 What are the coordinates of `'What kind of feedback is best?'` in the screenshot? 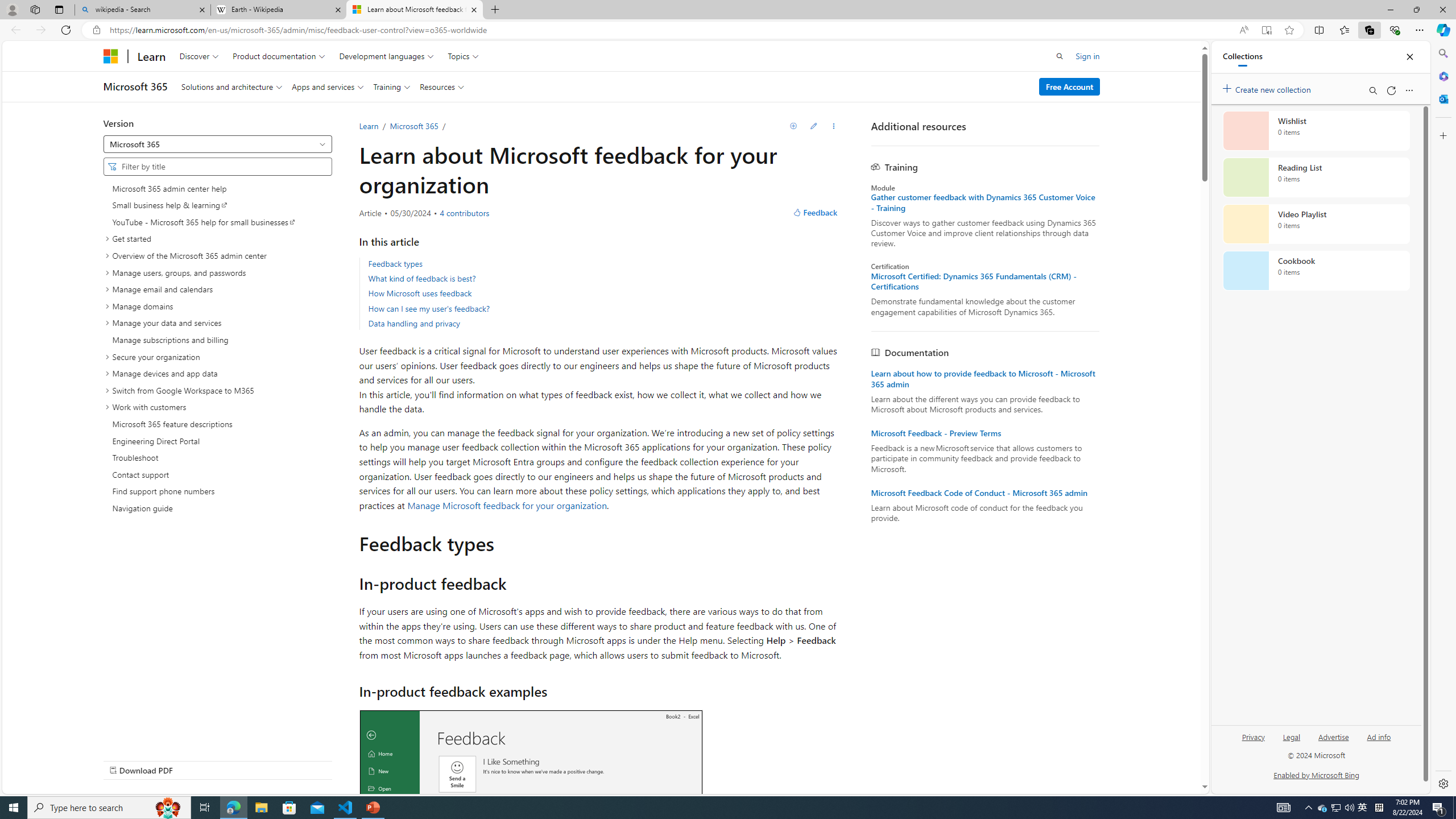 It's located at (421, 278).